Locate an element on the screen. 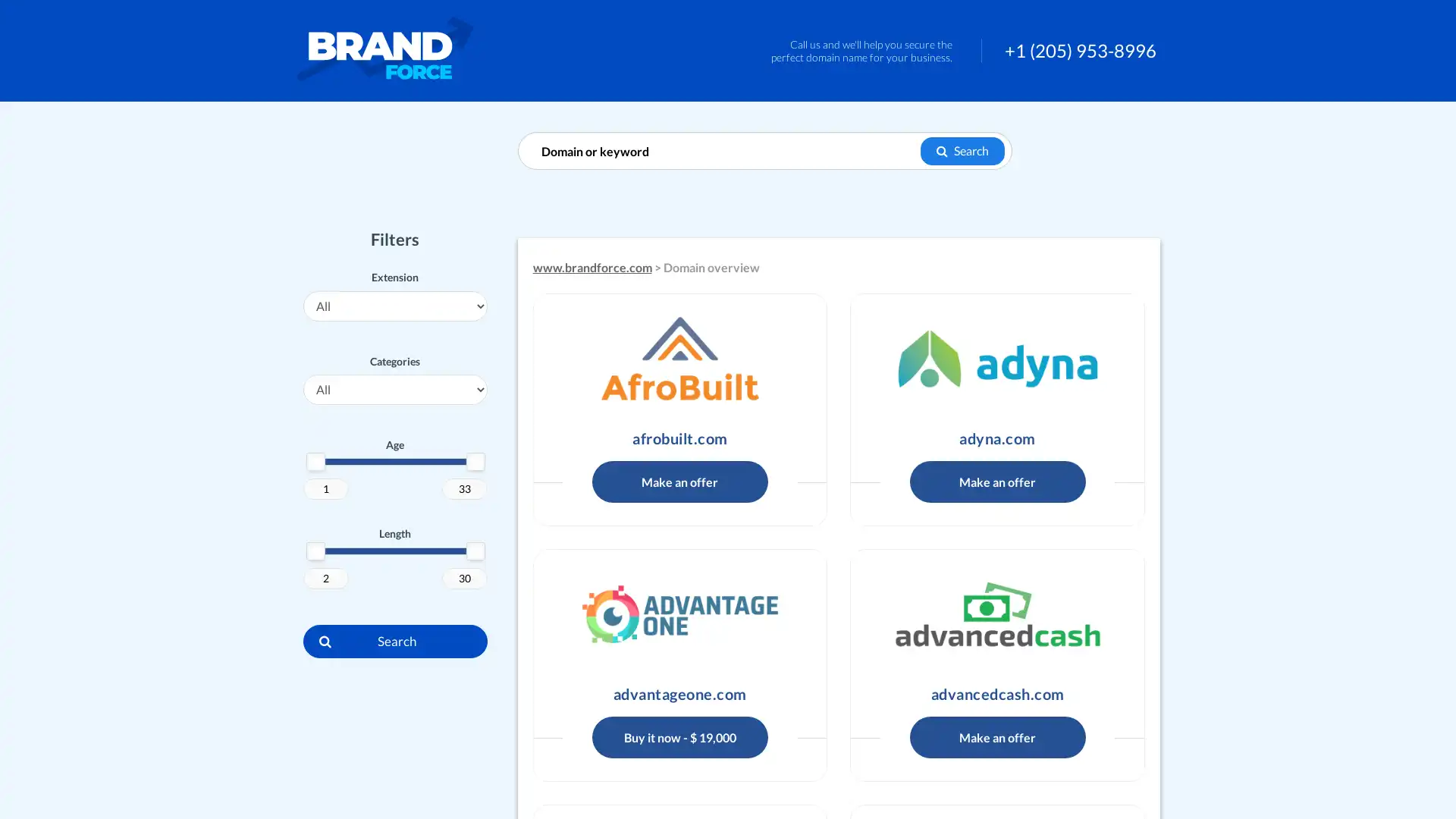  Search is located at coordinates (962, 151).